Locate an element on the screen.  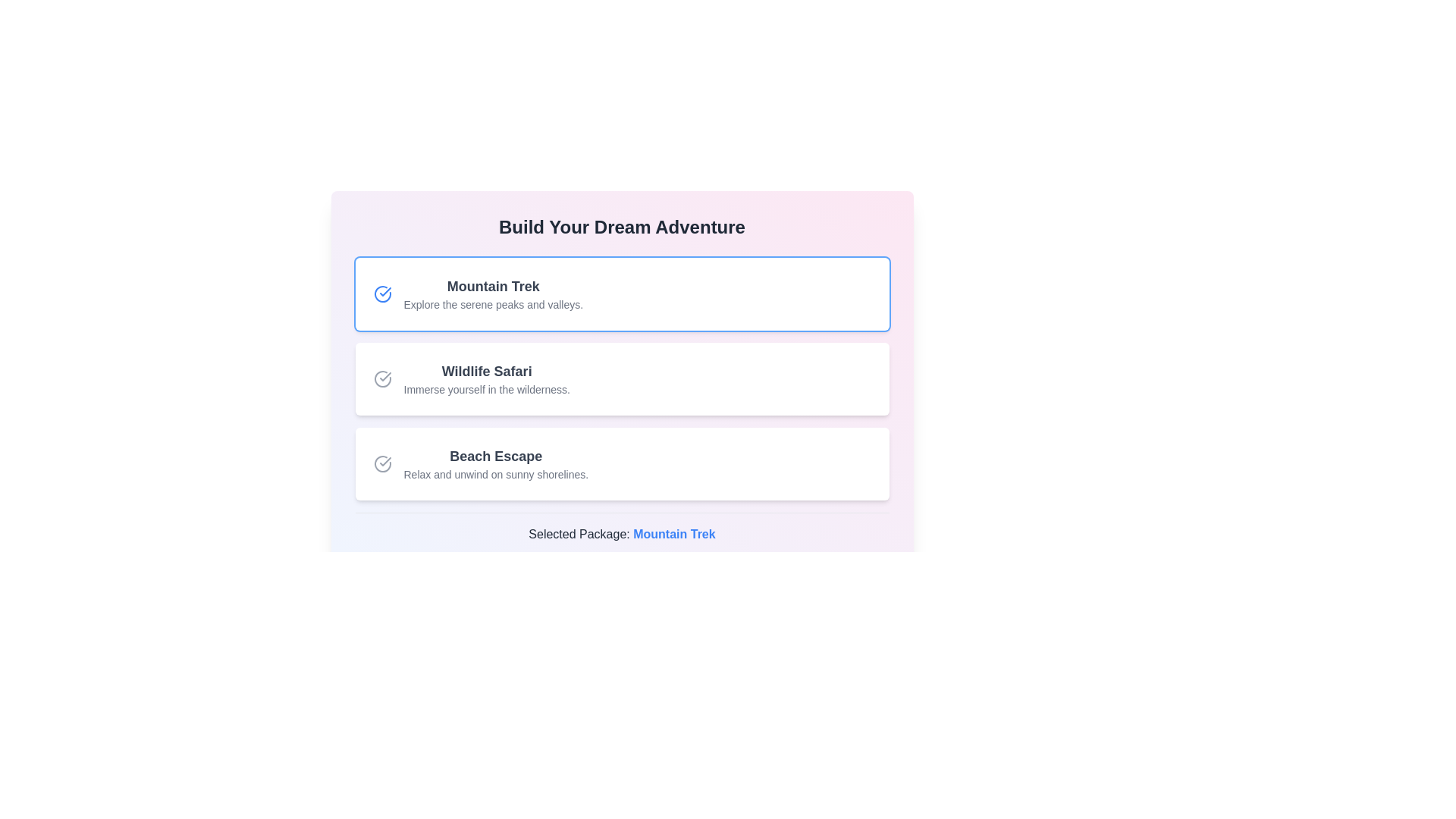
the blue circular icon with a tick mark located to the left of the text 'Mountain Trek' is located at coordinates (382, 294).